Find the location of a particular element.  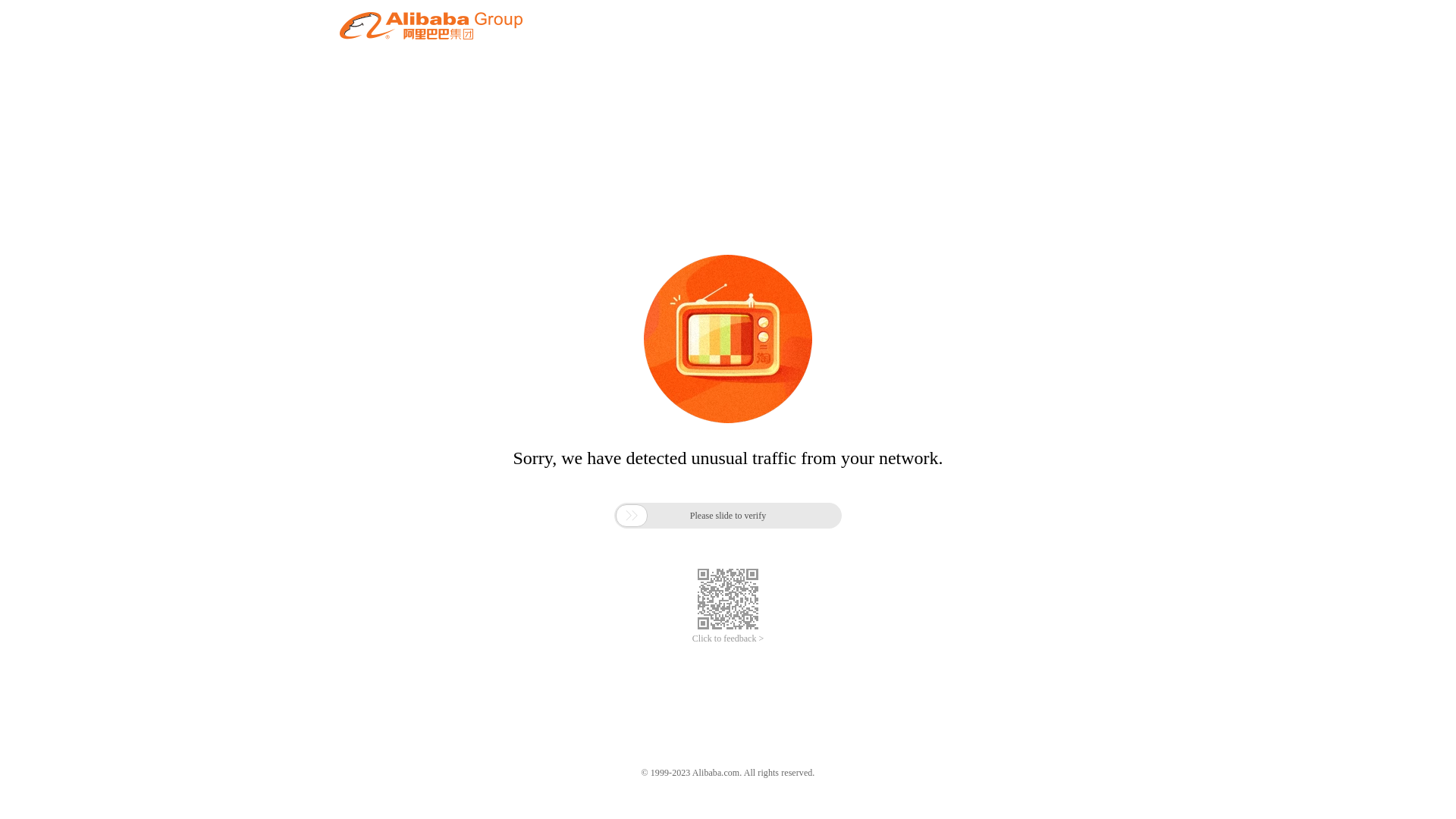

'Click to feedback >' is located at coordinates (691, 639).